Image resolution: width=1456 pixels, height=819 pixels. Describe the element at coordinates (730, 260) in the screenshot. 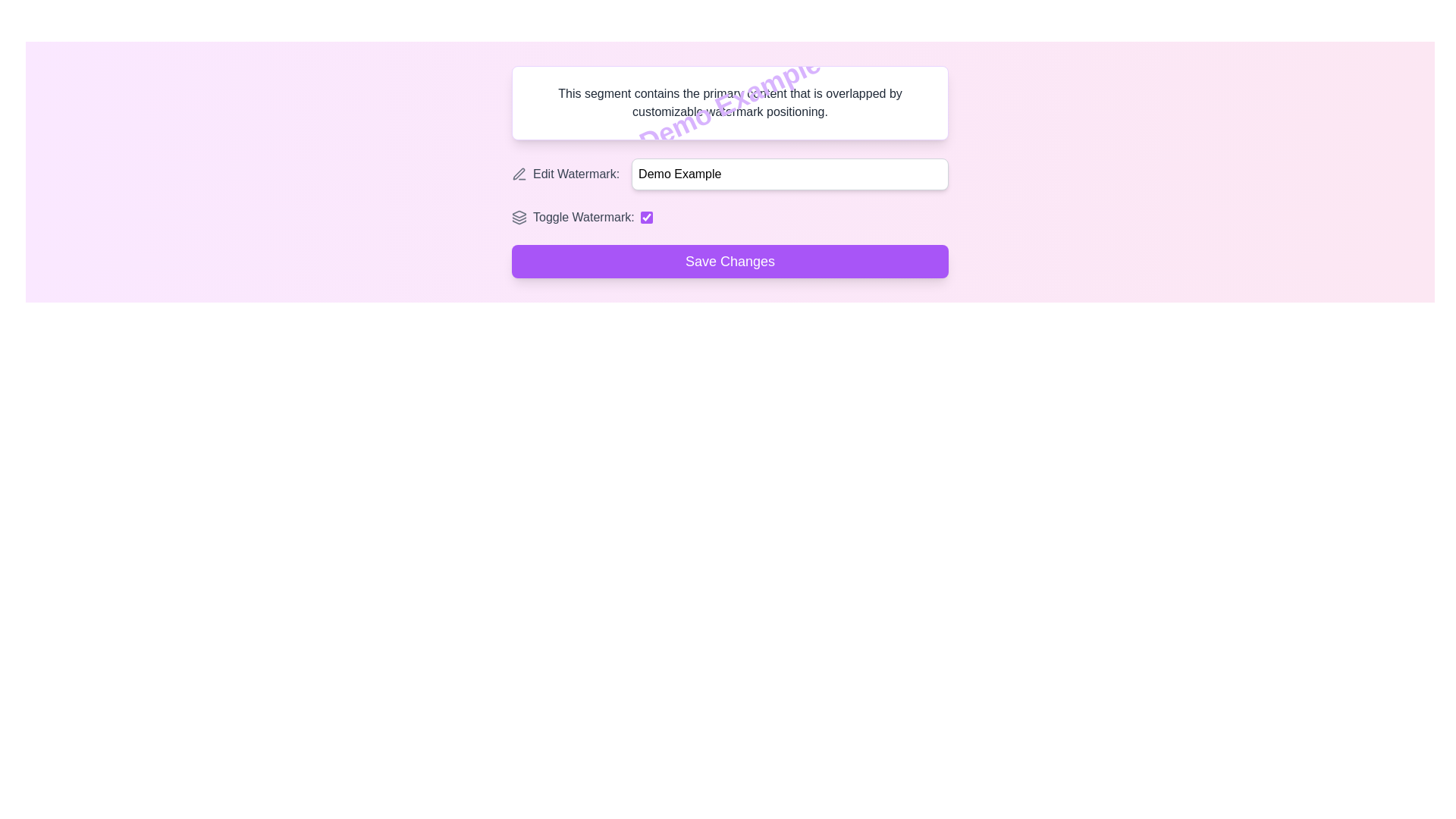

I see `the rectangular button with a purple background and white text reading 'Save Changes'` at that location.